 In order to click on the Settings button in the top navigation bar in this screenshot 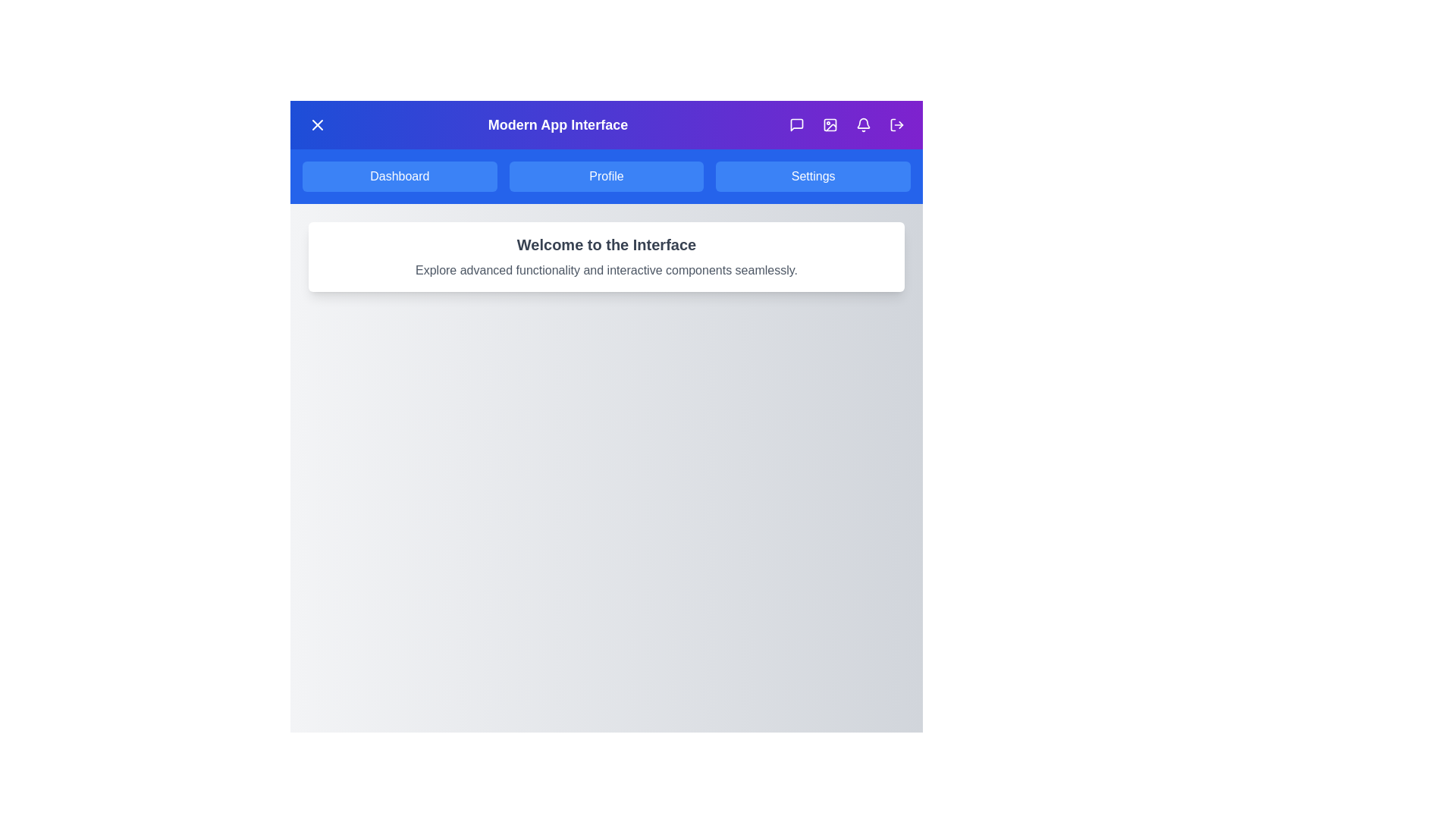, I will do `click(812, 175)`.